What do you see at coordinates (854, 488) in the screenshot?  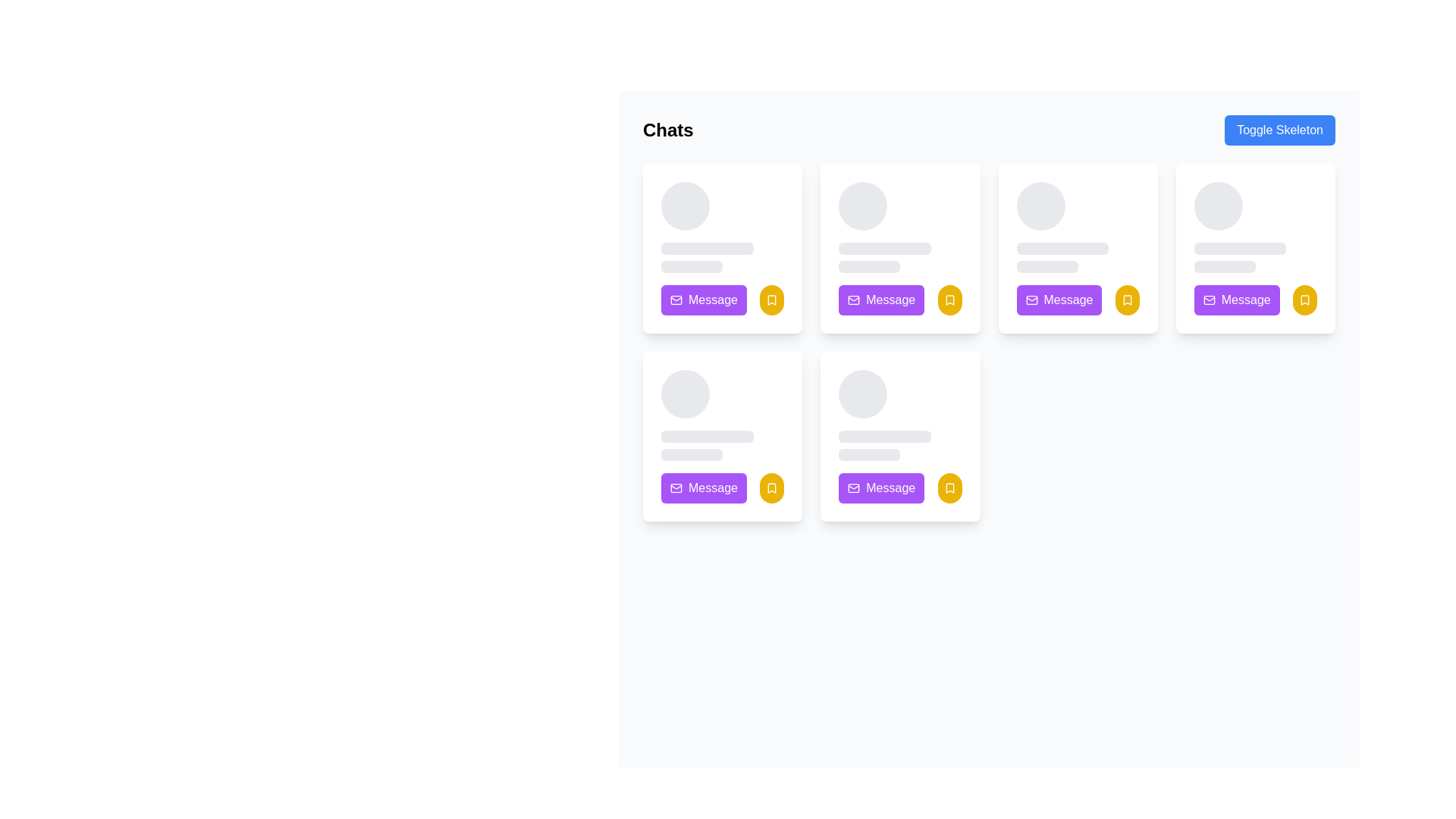 I see `the mail icon within the purple 'Message' button located at the bottom of the second card in the third row of the grid layout` at bounding box center [854, 488].